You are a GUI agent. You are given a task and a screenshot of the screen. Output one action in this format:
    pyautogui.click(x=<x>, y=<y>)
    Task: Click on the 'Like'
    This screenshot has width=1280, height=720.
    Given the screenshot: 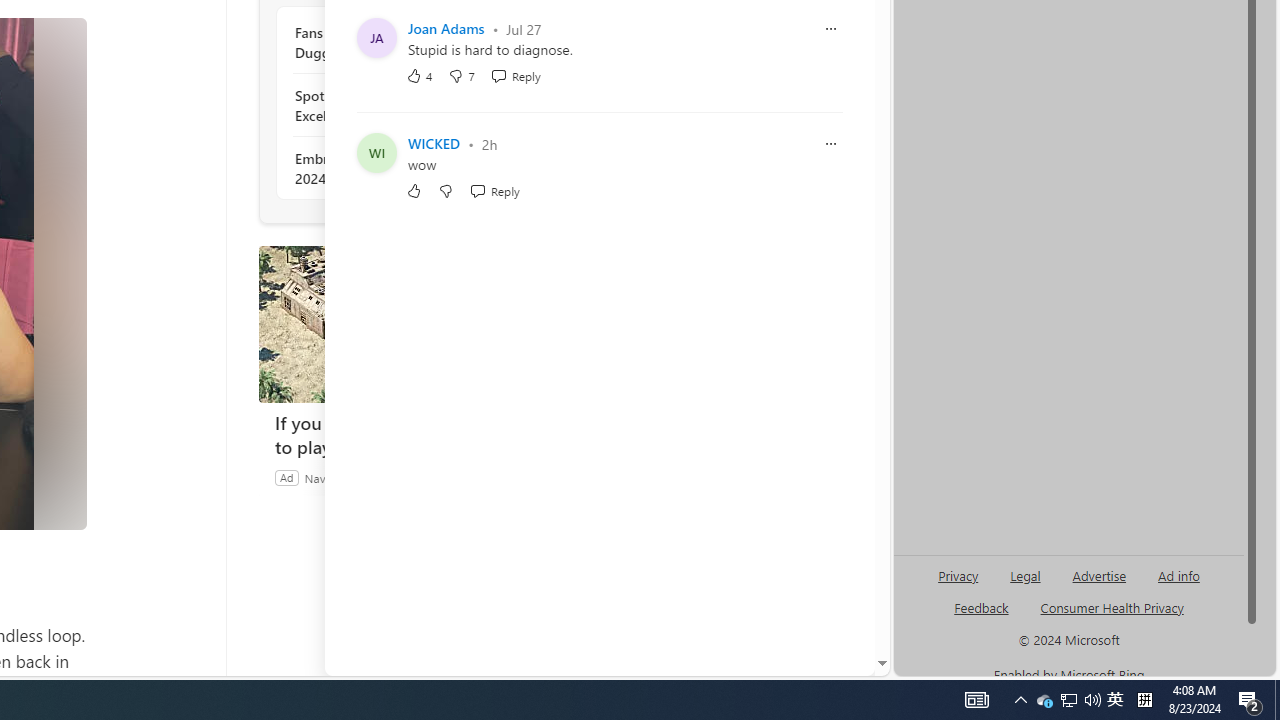 What is the action you would take?
    pyautogui.click(x=413, y=191)
    